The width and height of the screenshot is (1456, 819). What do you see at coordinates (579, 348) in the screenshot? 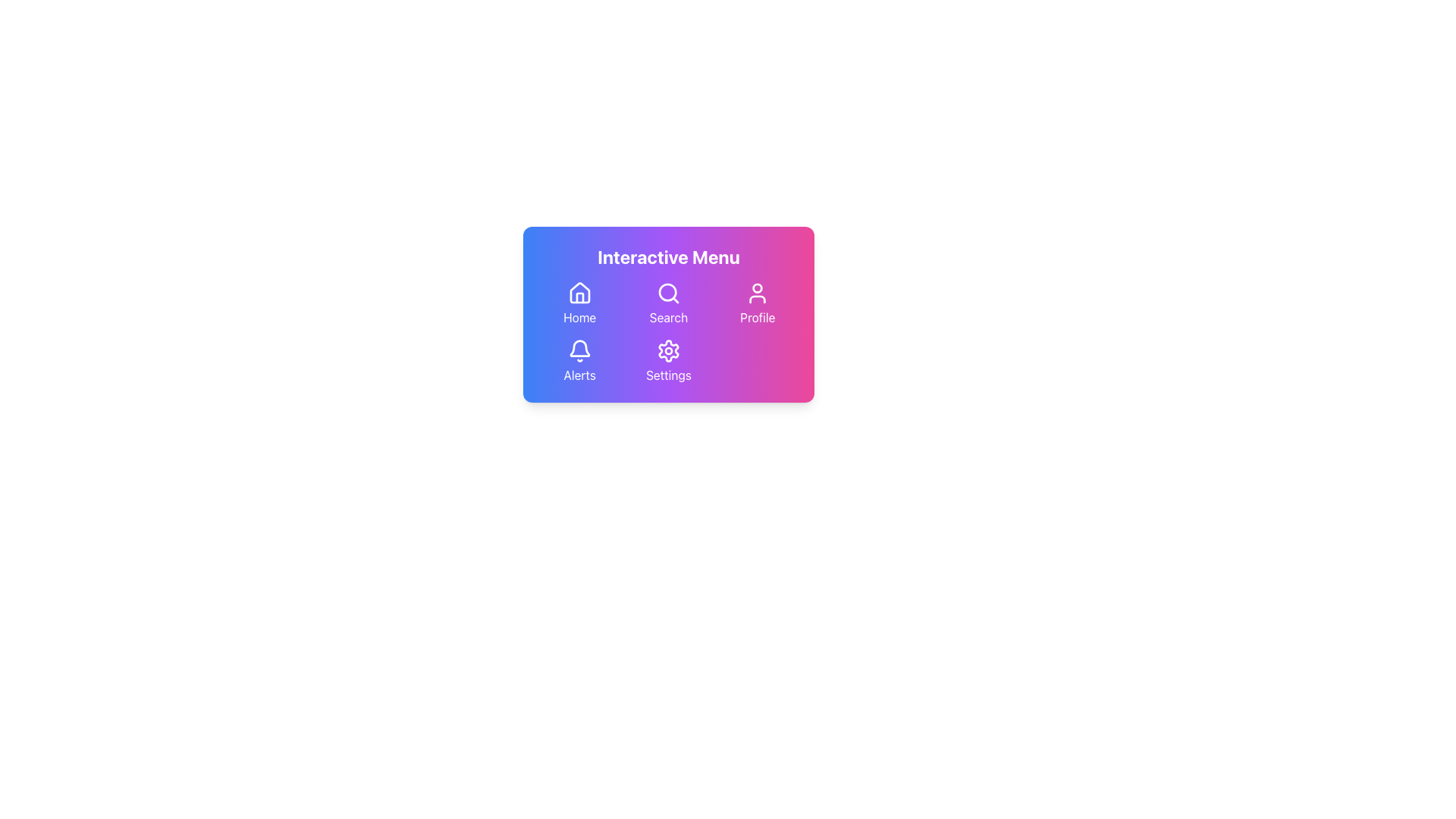
I see `the bell icon in the 'Alerts' section` at bounding box center [579, 348].